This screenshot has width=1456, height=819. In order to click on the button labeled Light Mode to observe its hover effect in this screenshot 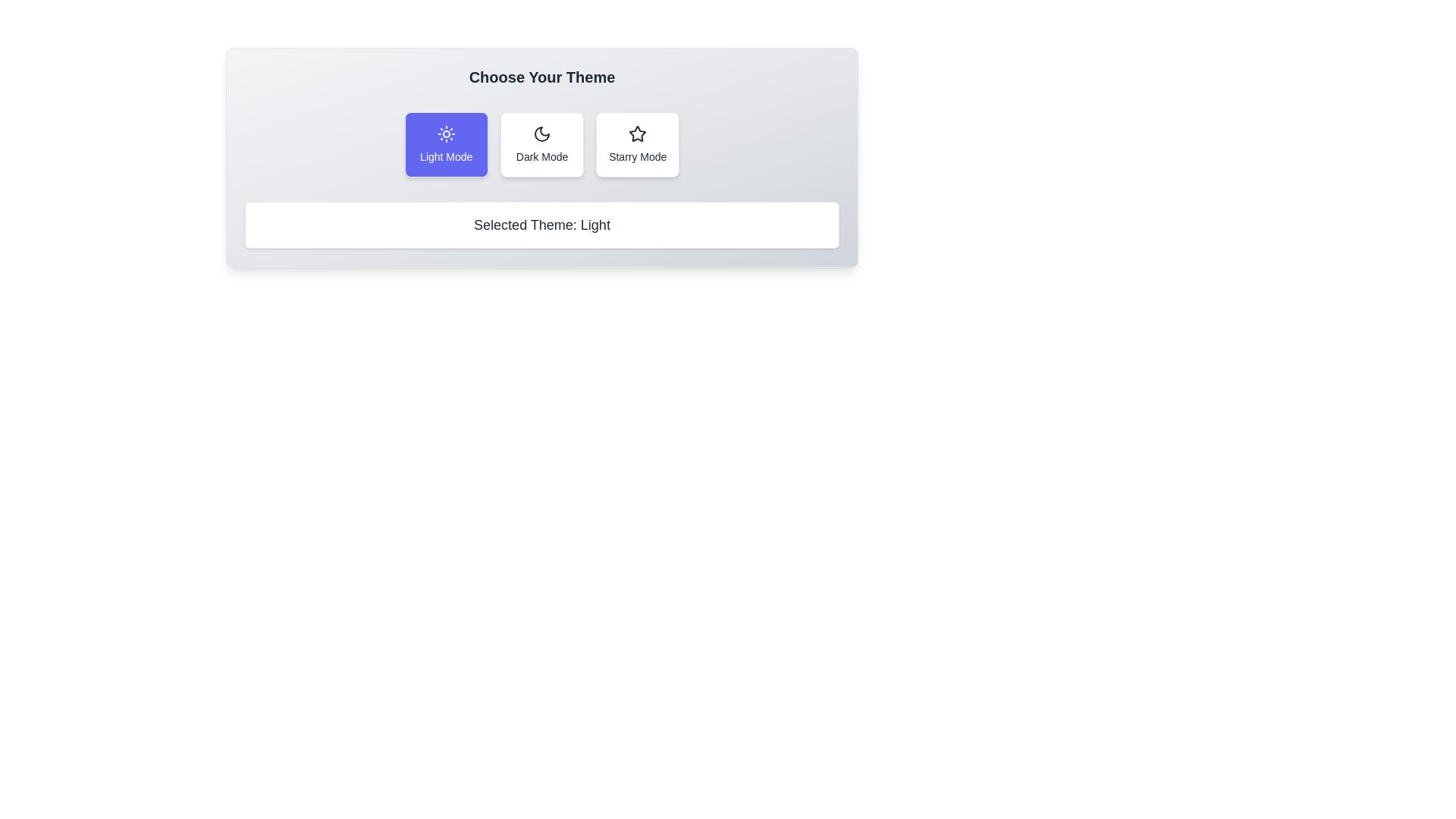, I will do `click(445, 145)`.